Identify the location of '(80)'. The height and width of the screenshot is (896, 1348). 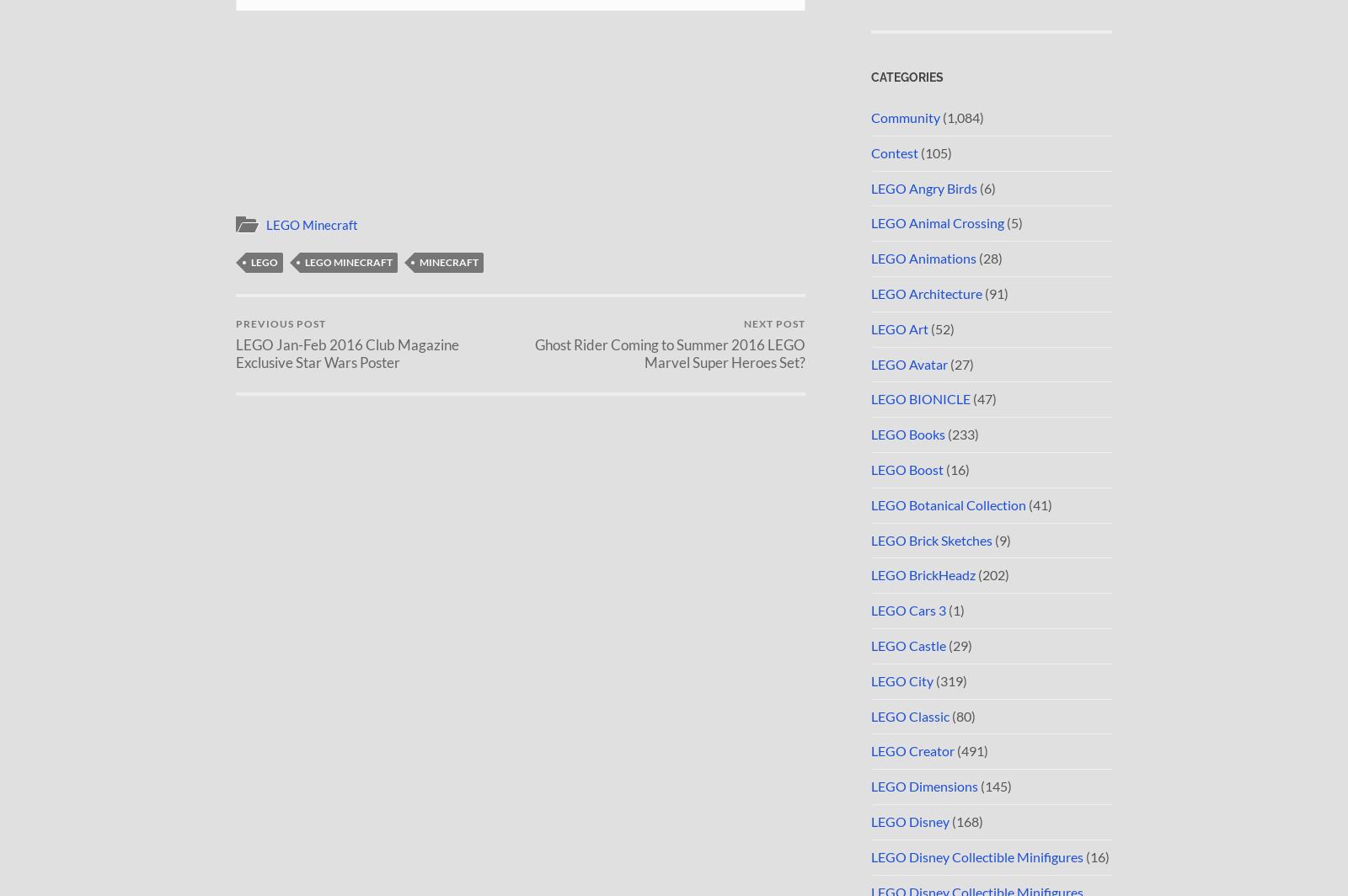
(962, 715).